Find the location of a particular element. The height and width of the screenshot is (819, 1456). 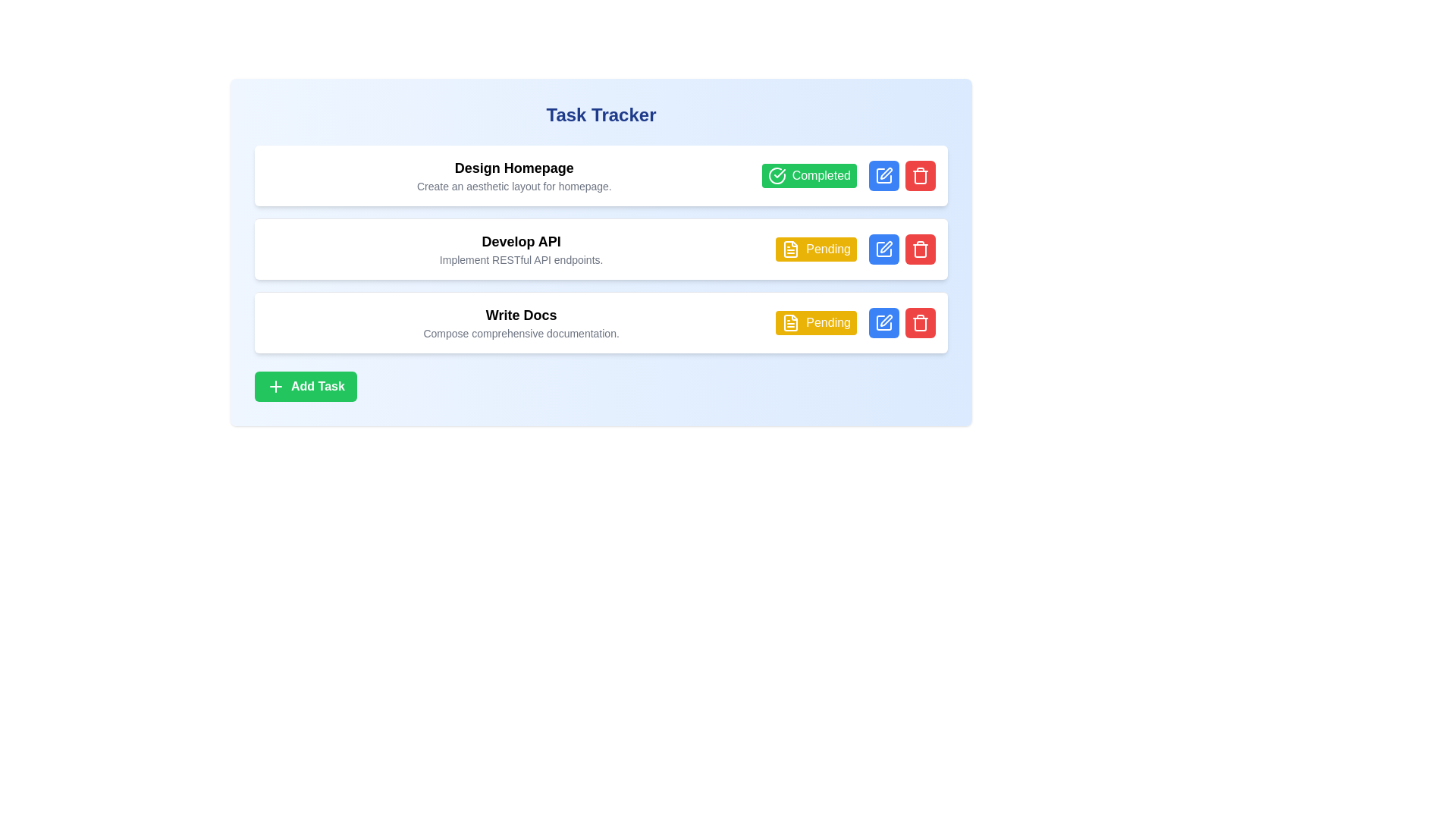

the descriptive subtitle text label located directly beneath the 'Design Homepage' title in the task tracker interface is located at coordinates (514, 186).